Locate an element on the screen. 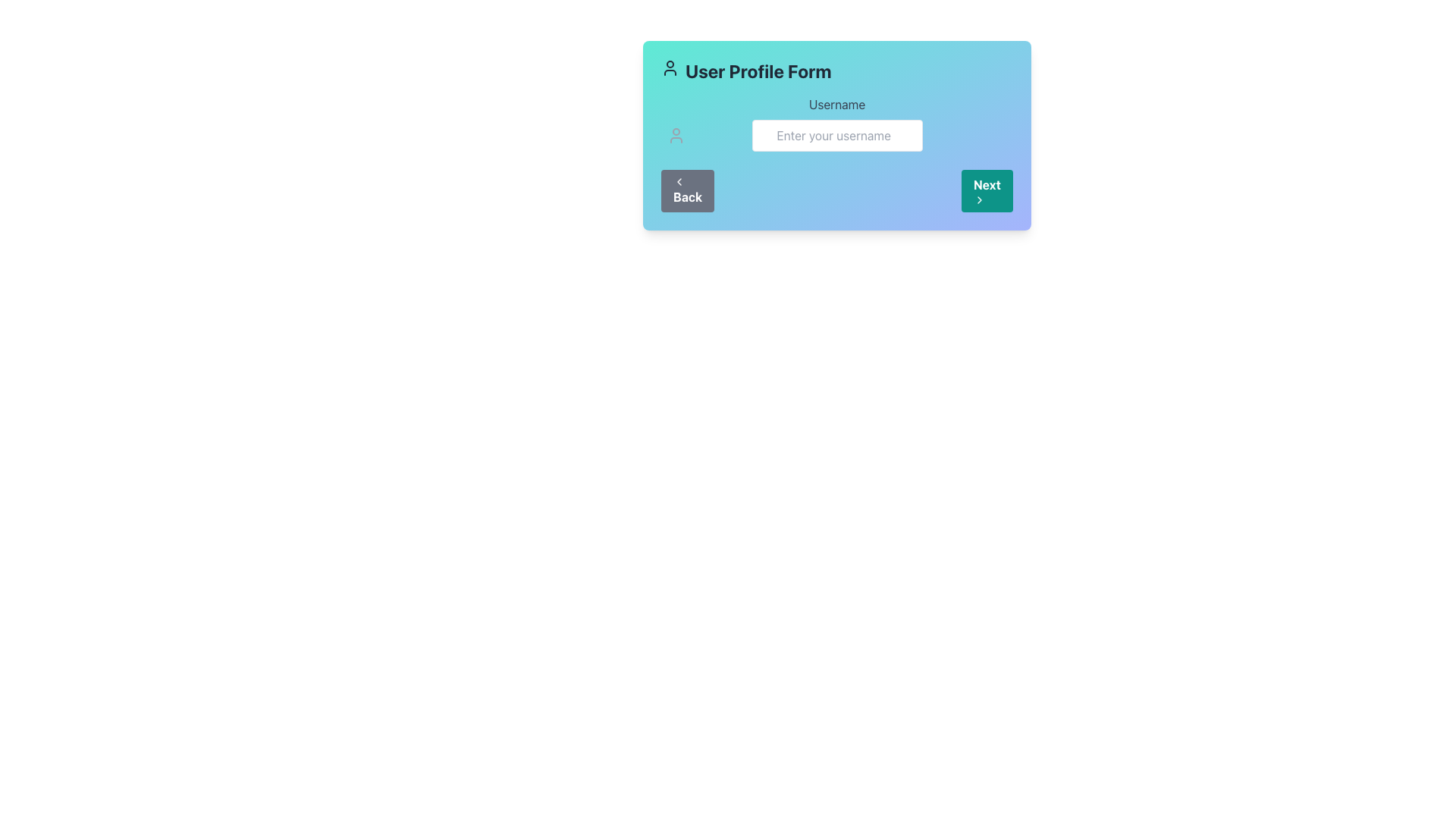 This screenshot has width=1456, height=819. the username input box in the User Profile Form to focus on it is located at coordinates (836, 122).